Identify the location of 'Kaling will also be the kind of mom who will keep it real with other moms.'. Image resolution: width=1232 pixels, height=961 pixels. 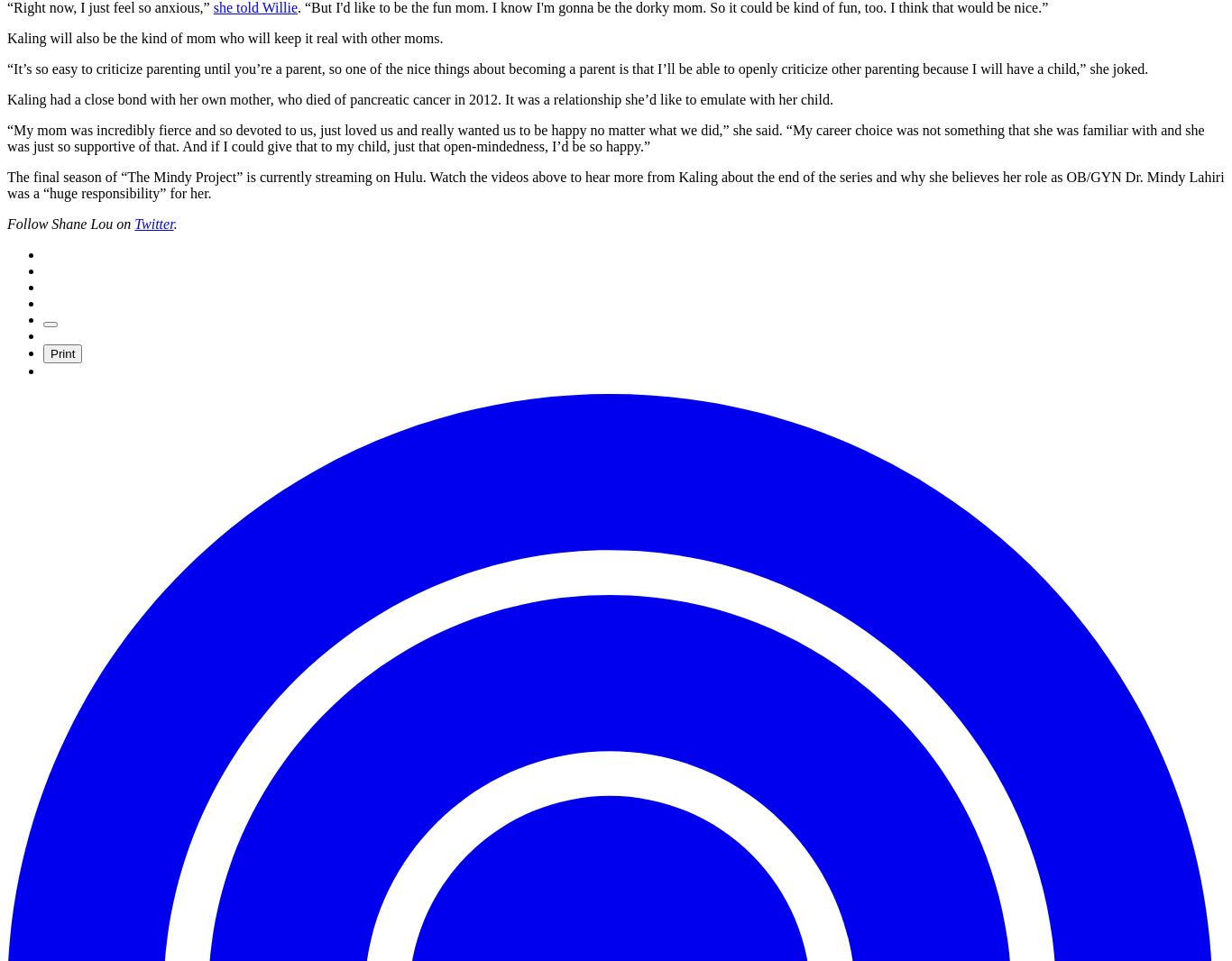
(225, 37).